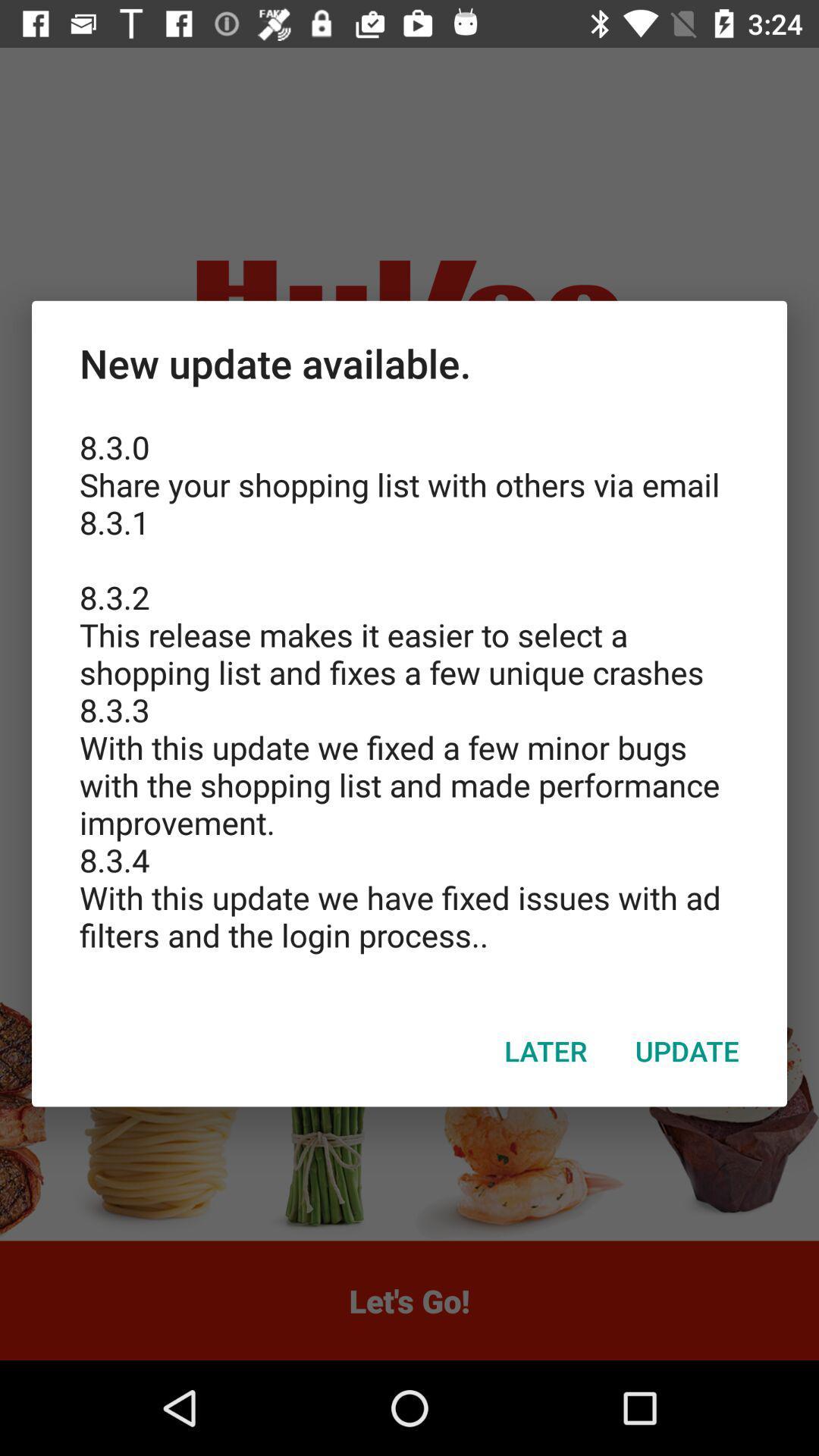  Describe the element at coordinates (546, 1050) in the screenshot. I see `icon below the 8 3 0 icon` at that location.